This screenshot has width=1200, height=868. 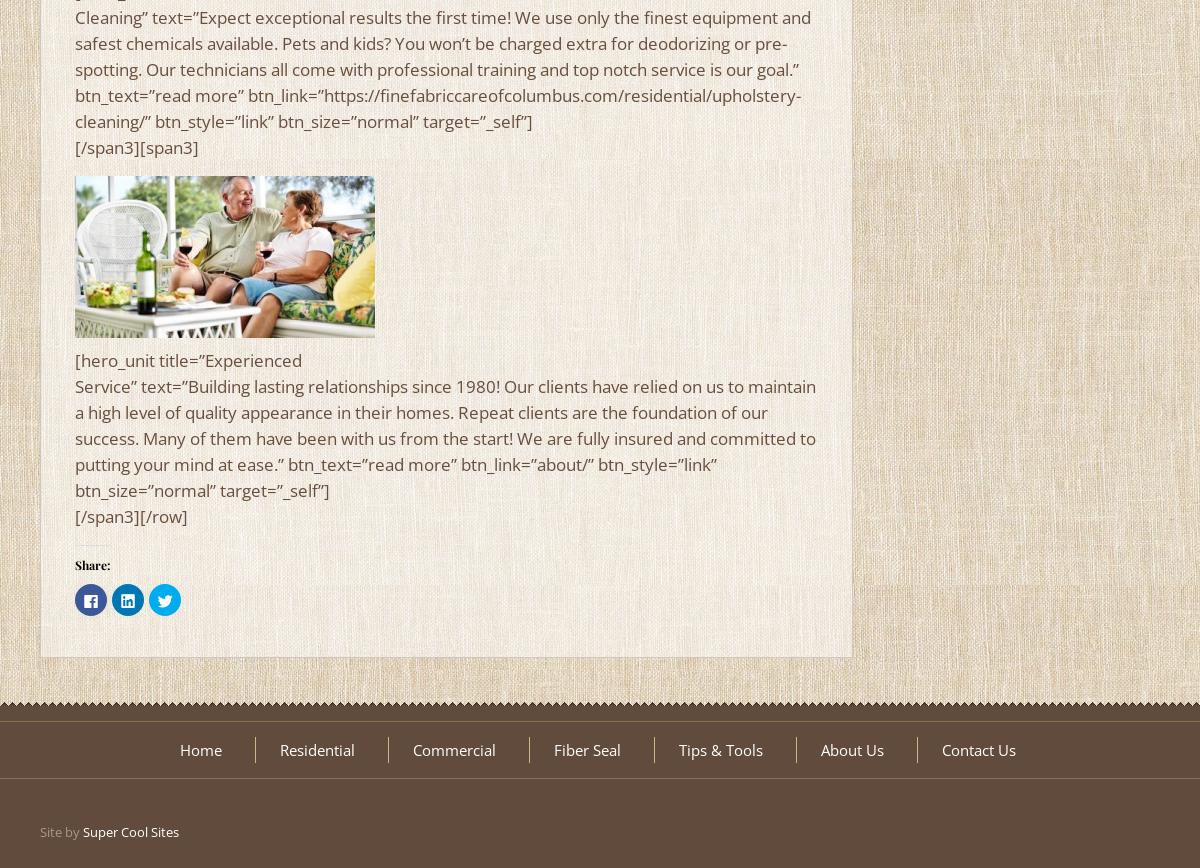 What do you see at coordinates (187, 360) in the screenshot?
I see `'[hero_unit title=”Experienced'` at bounding box center [187, 360].